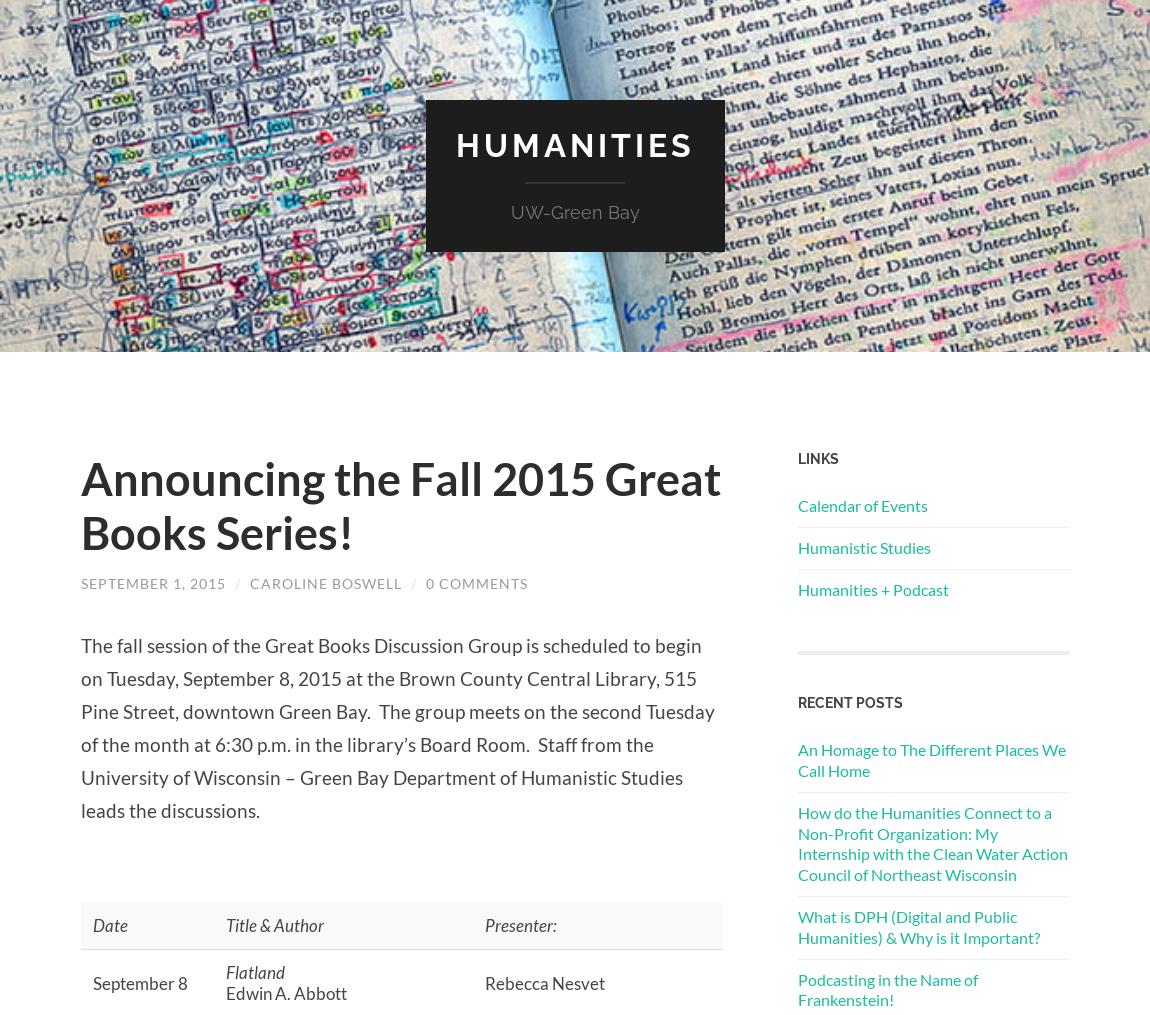 The width and height of the screenshot is (1150, 1015). I want to click on 'Links', so click(816, 456).